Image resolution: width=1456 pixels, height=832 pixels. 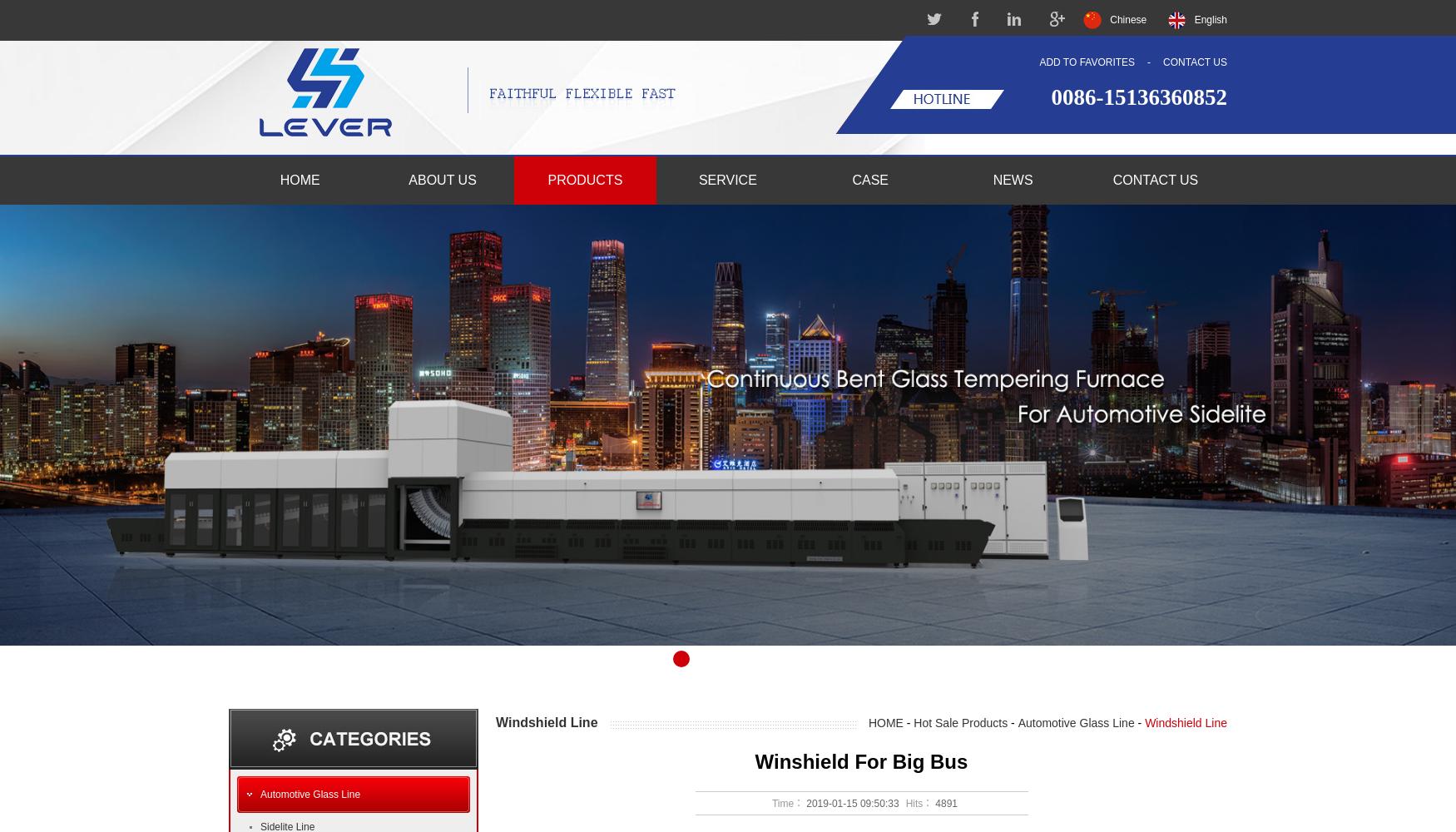 What do you see at coordinates (584, 179) in the screenshot?
I see `'PRODUCTS'` at bounding box center [584, 179].